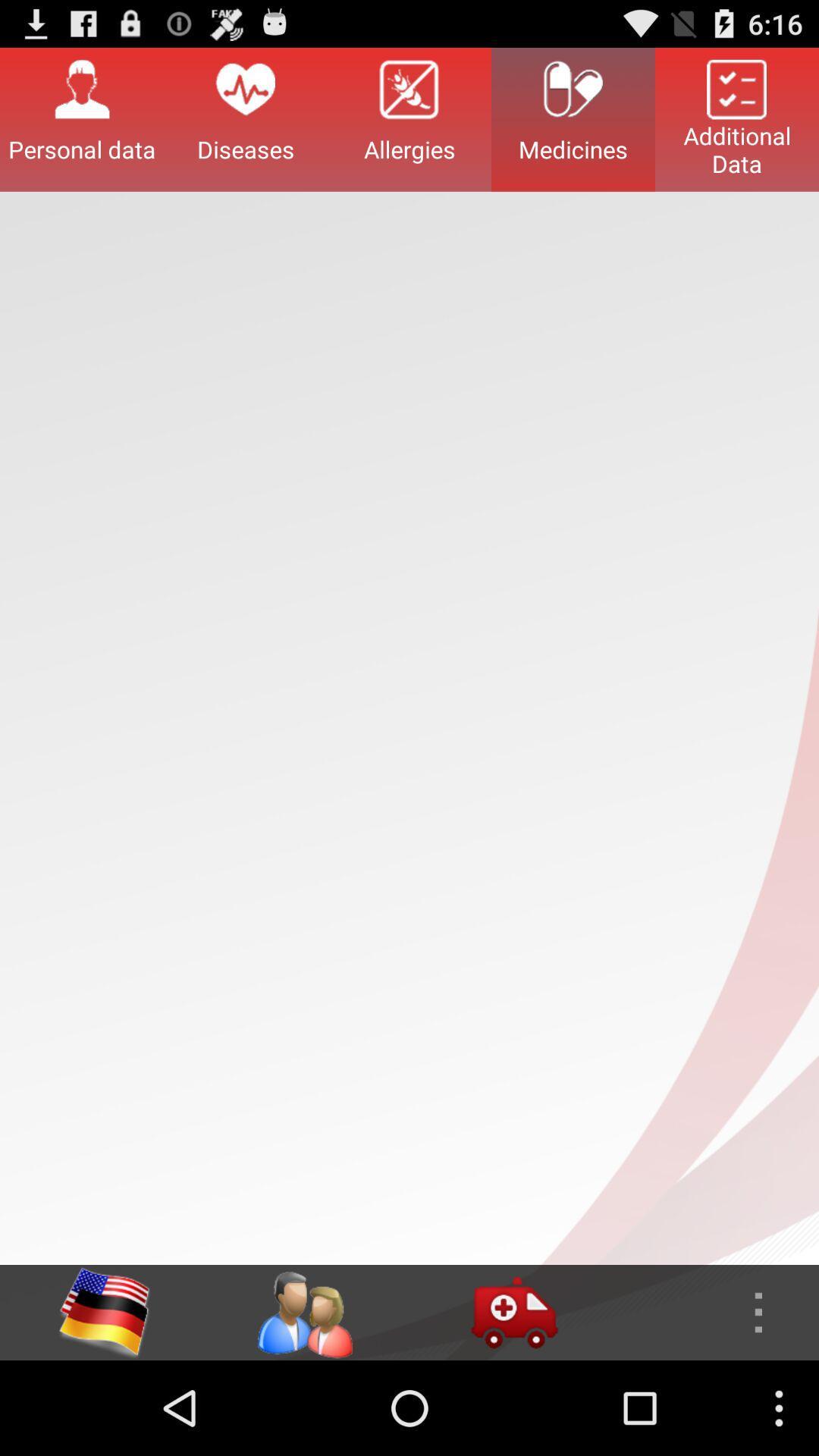 The height and width of the screenshot is (1456, 819). I want to click on the icon to the right of medicines button, so click(736, 118).